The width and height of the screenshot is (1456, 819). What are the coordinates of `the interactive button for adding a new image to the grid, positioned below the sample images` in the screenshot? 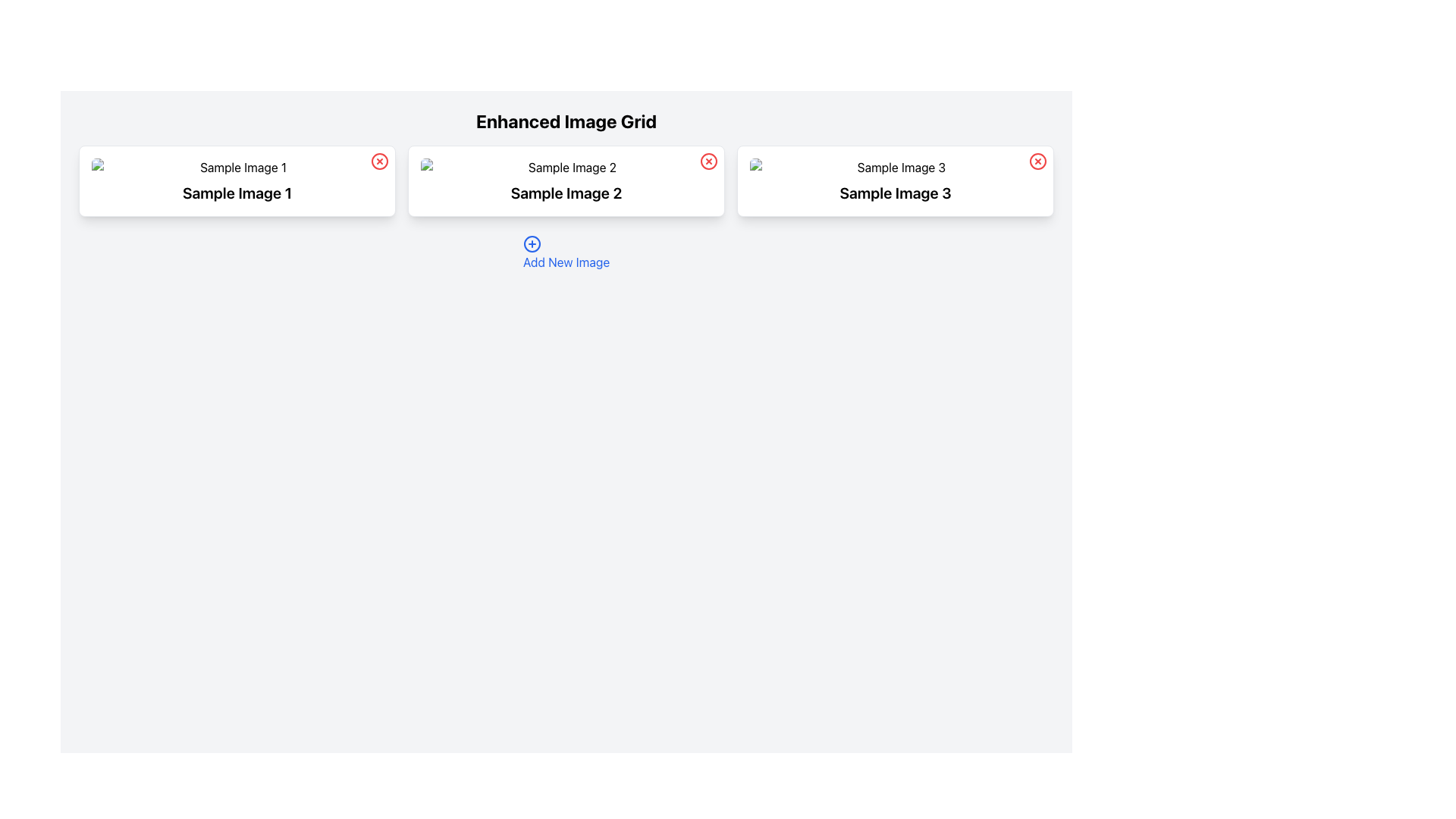 It's located at (566, 253).